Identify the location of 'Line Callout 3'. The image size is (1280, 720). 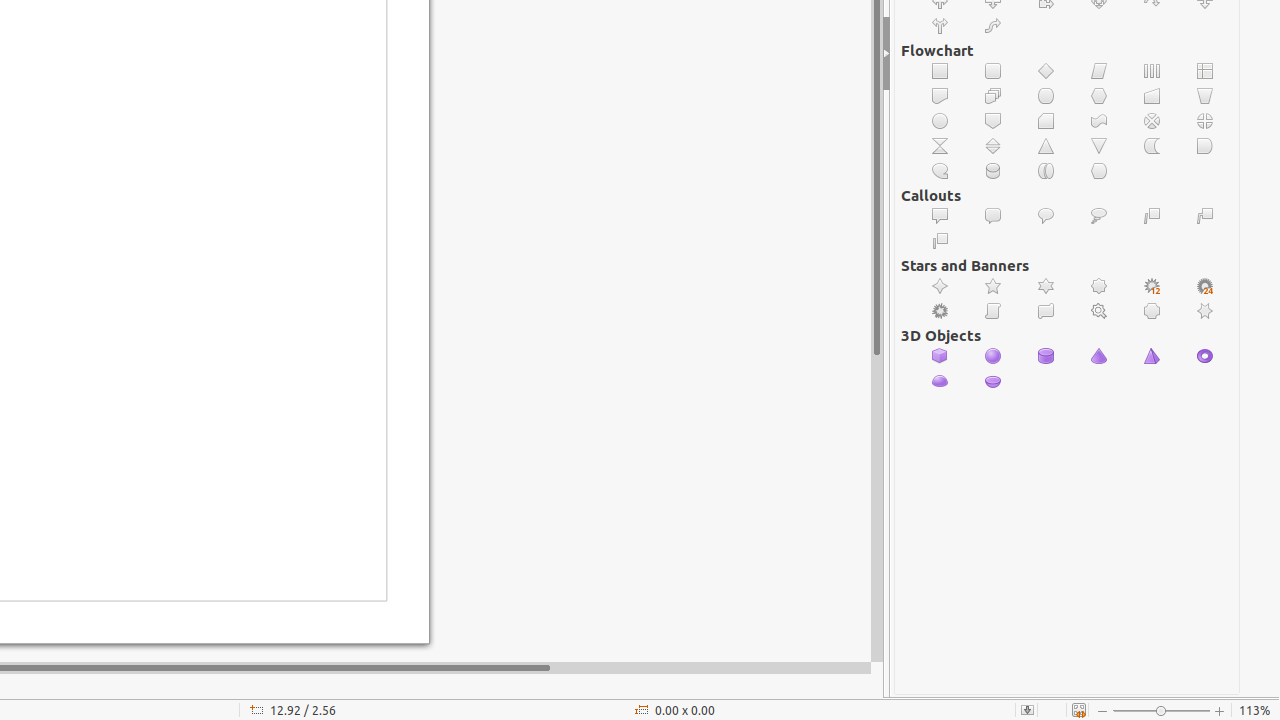
(939, 240).